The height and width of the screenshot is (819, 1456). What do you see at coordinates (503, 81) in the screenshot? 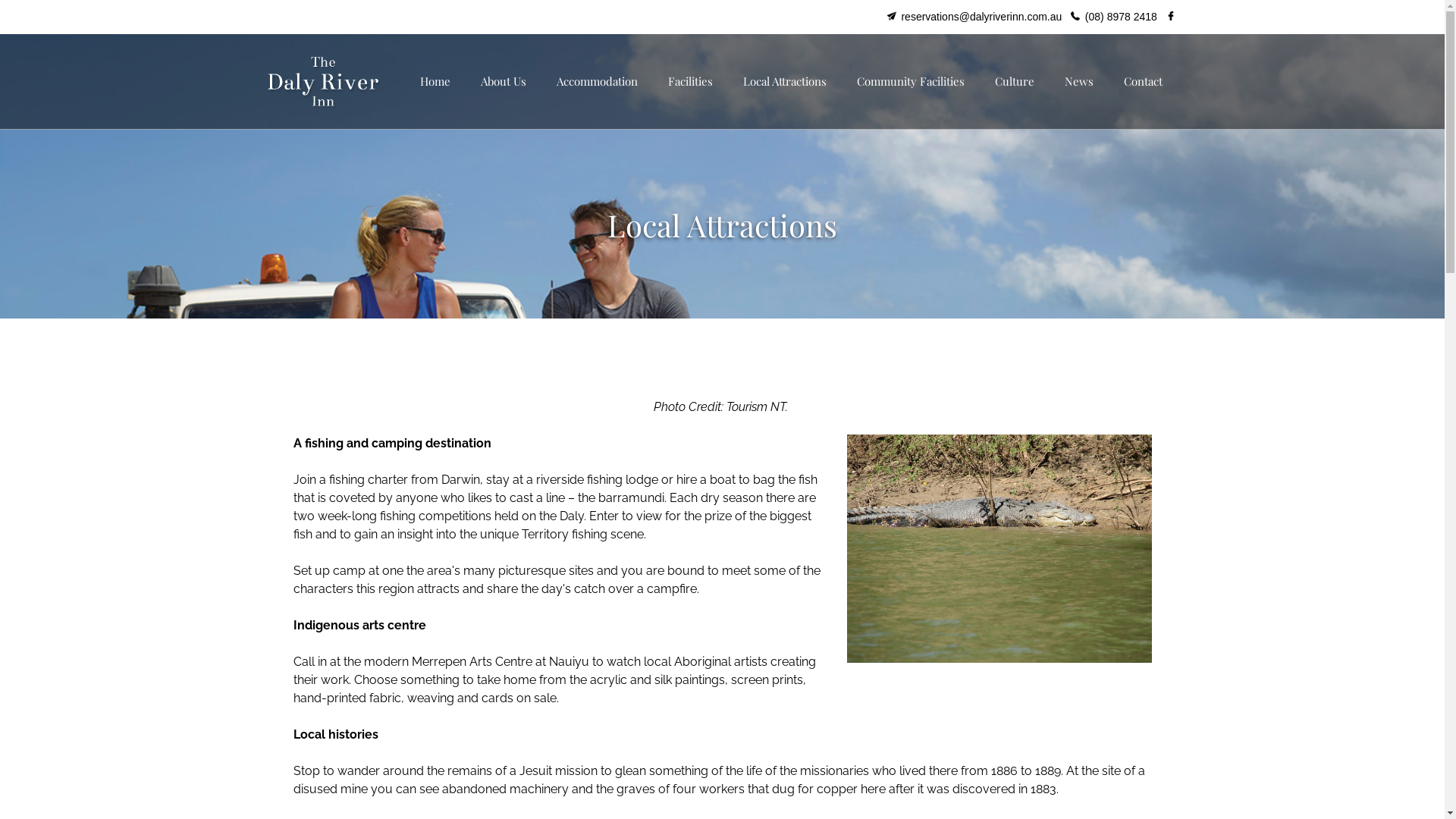
I see `'About Us'` at bounding box center [503, 81].